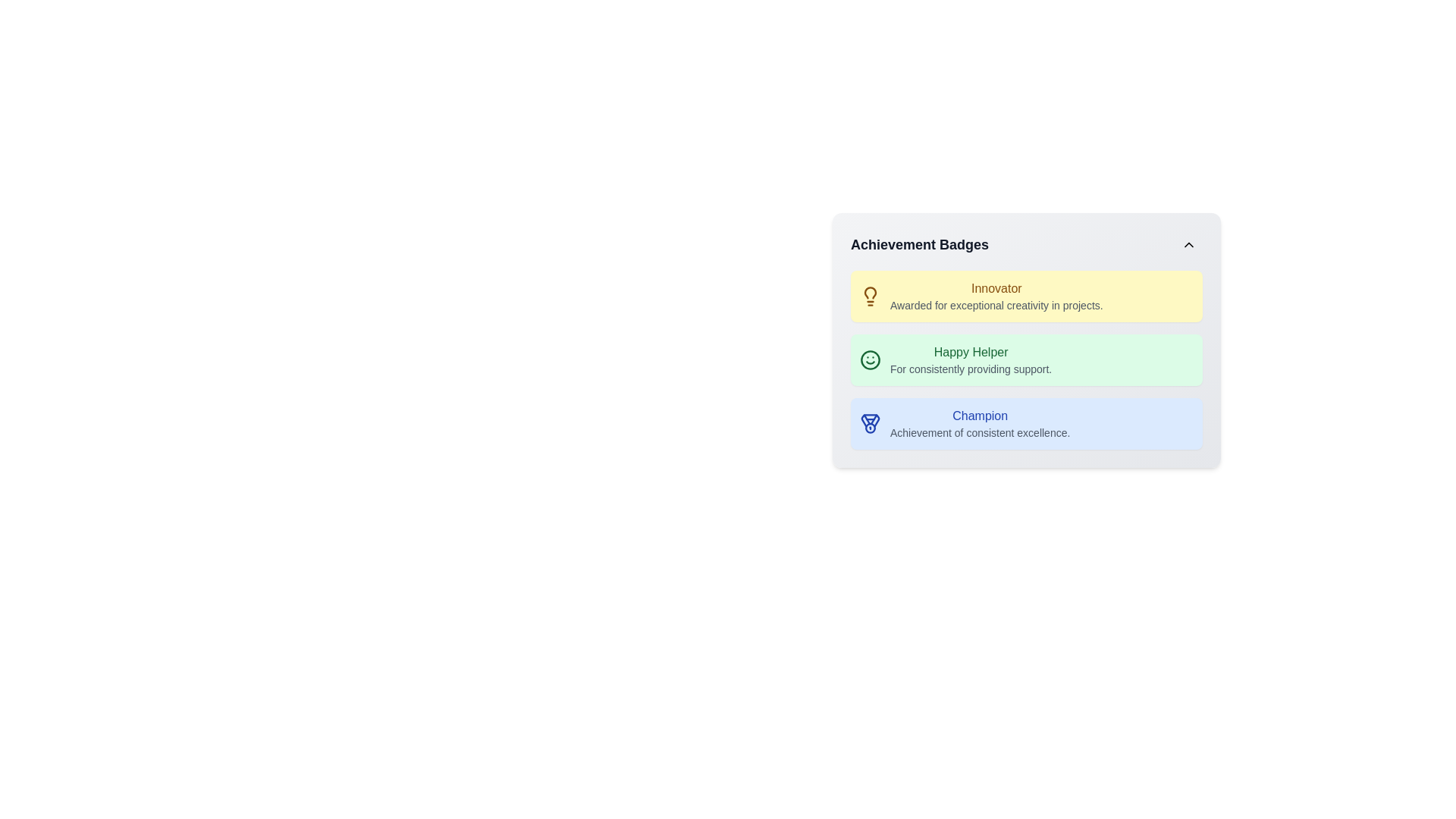 The width and height of the screenshot is (1456, 819). I want to click on text content of the subtitle element stating 'For consistently providing support.' which is located below the 'Happy Helper' title in a card-like section with a light green background, so click(971, 369).